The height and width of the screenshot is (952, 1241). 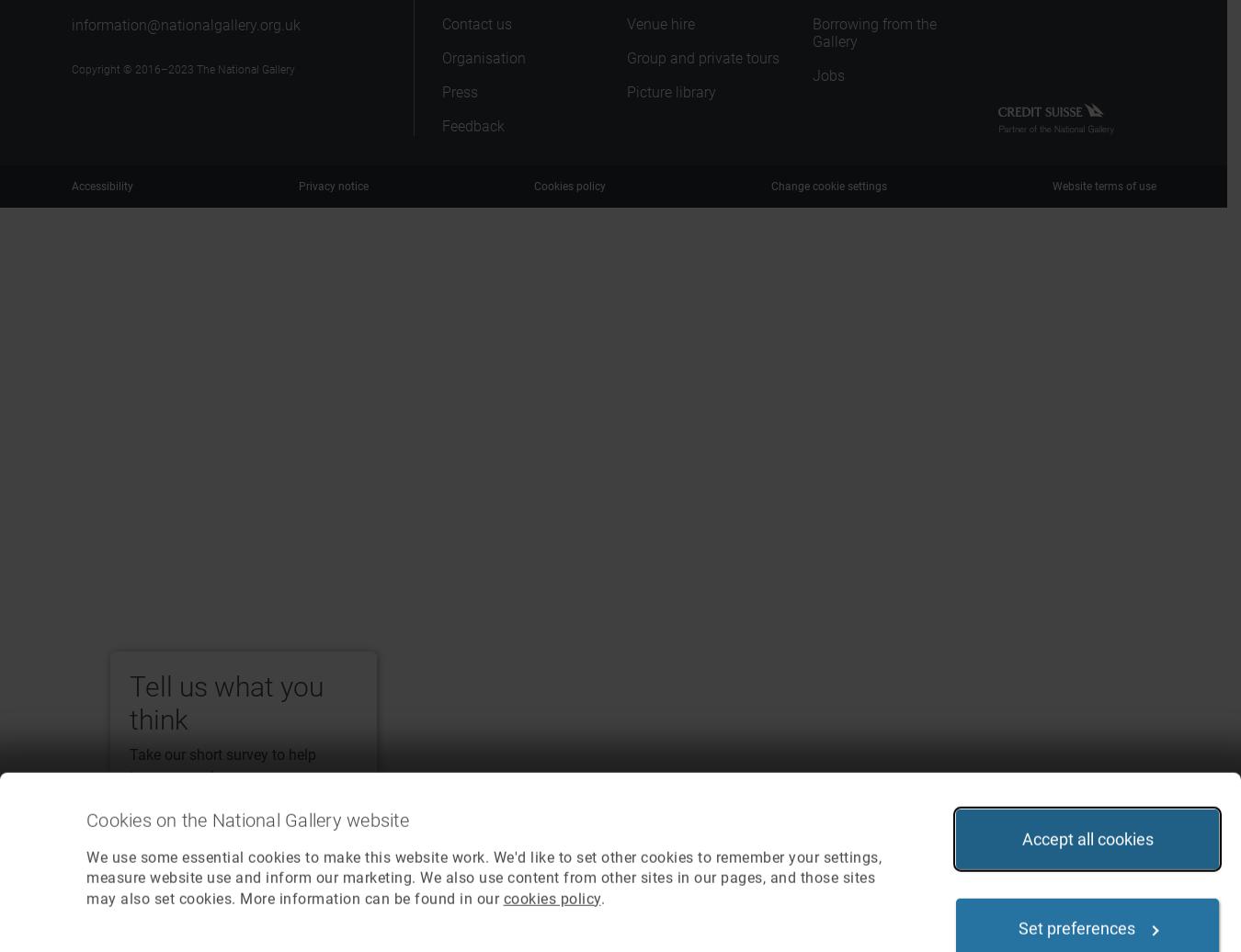 I want to click on 'Yes', so click(x=166, y=827).